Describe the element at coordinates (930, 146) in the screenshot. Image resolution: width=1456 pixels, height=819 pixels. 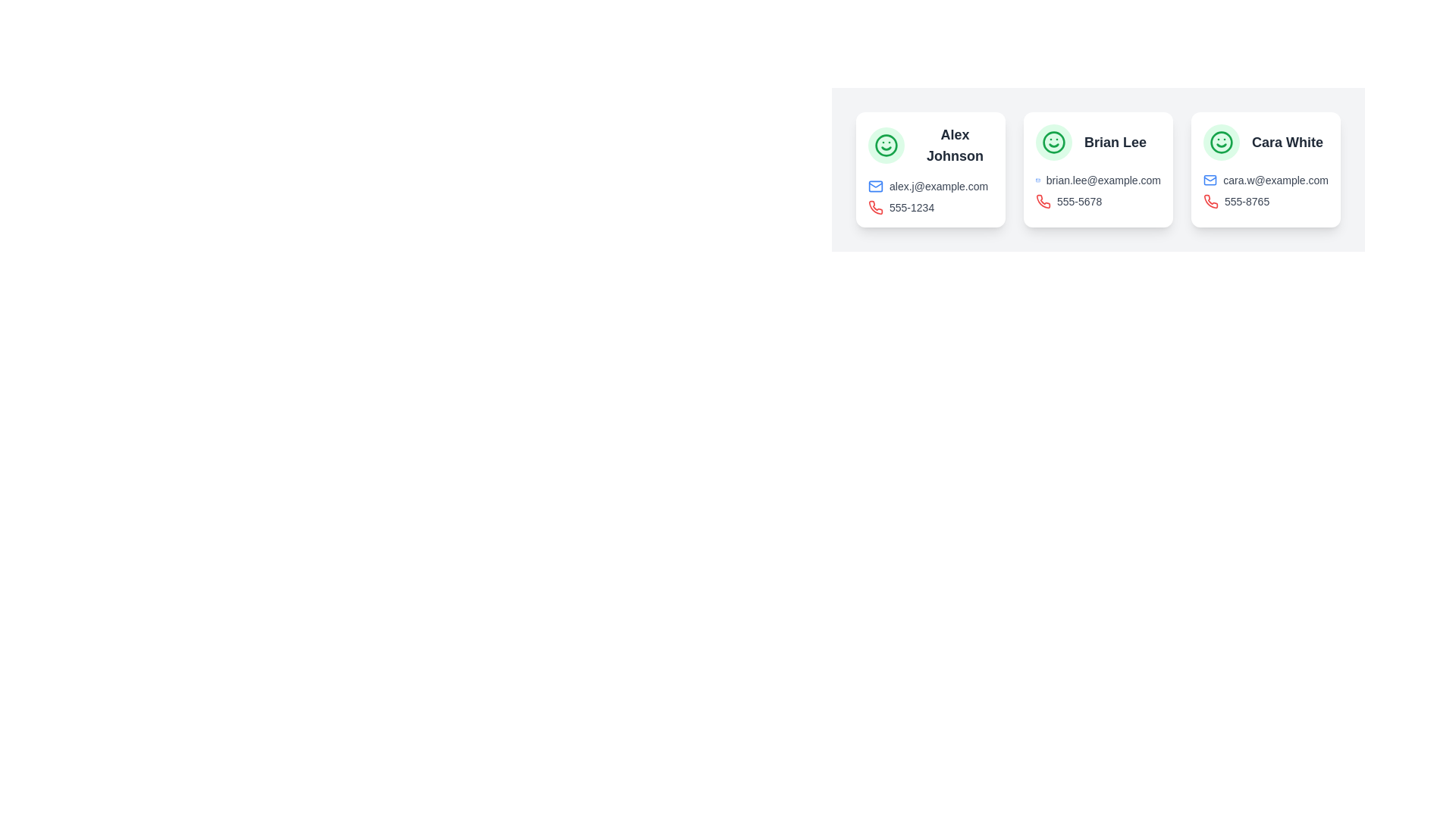
I see `displayed text of the Text label located at the top right of the leftmost user card, adjacent to a green smiley face icon` at that location.